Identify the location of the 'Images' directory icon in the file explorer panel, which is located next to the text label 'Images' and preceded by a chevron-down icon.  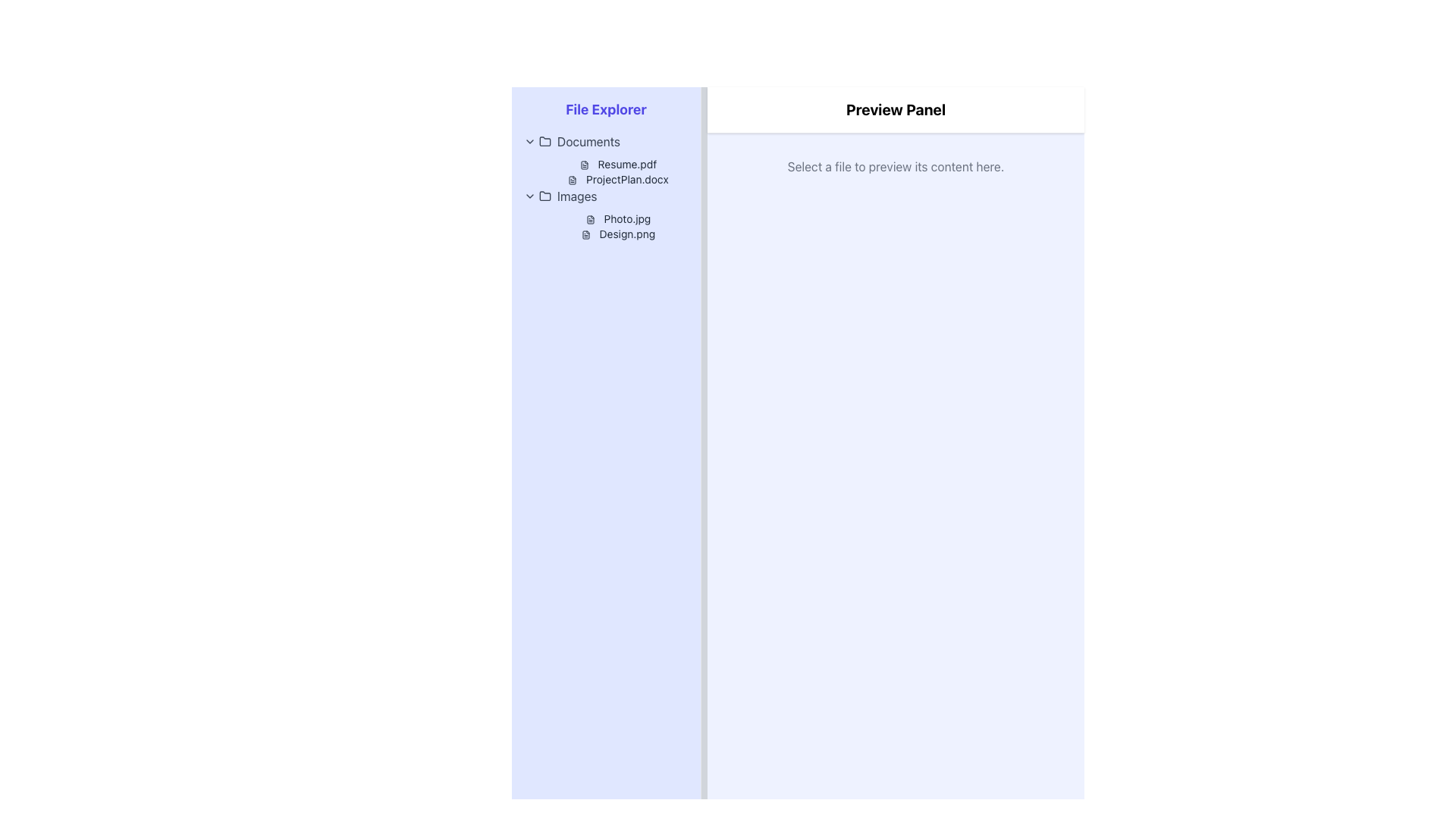
(545, 195).